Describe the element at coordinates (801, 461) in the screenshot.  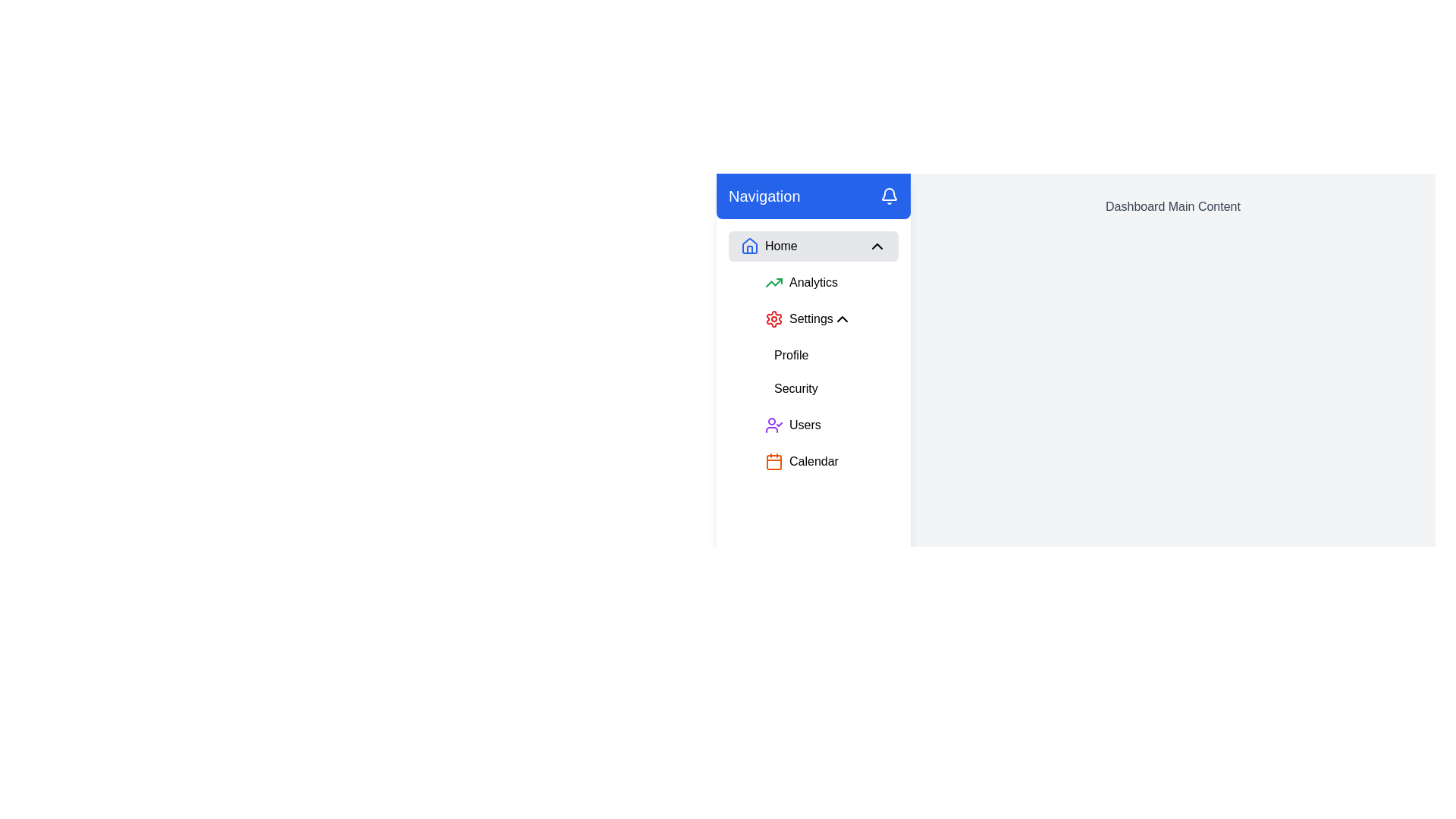
I see `the navigational button located in the vertical menu that directs users to the 'Calendar' section of the application` at that location.